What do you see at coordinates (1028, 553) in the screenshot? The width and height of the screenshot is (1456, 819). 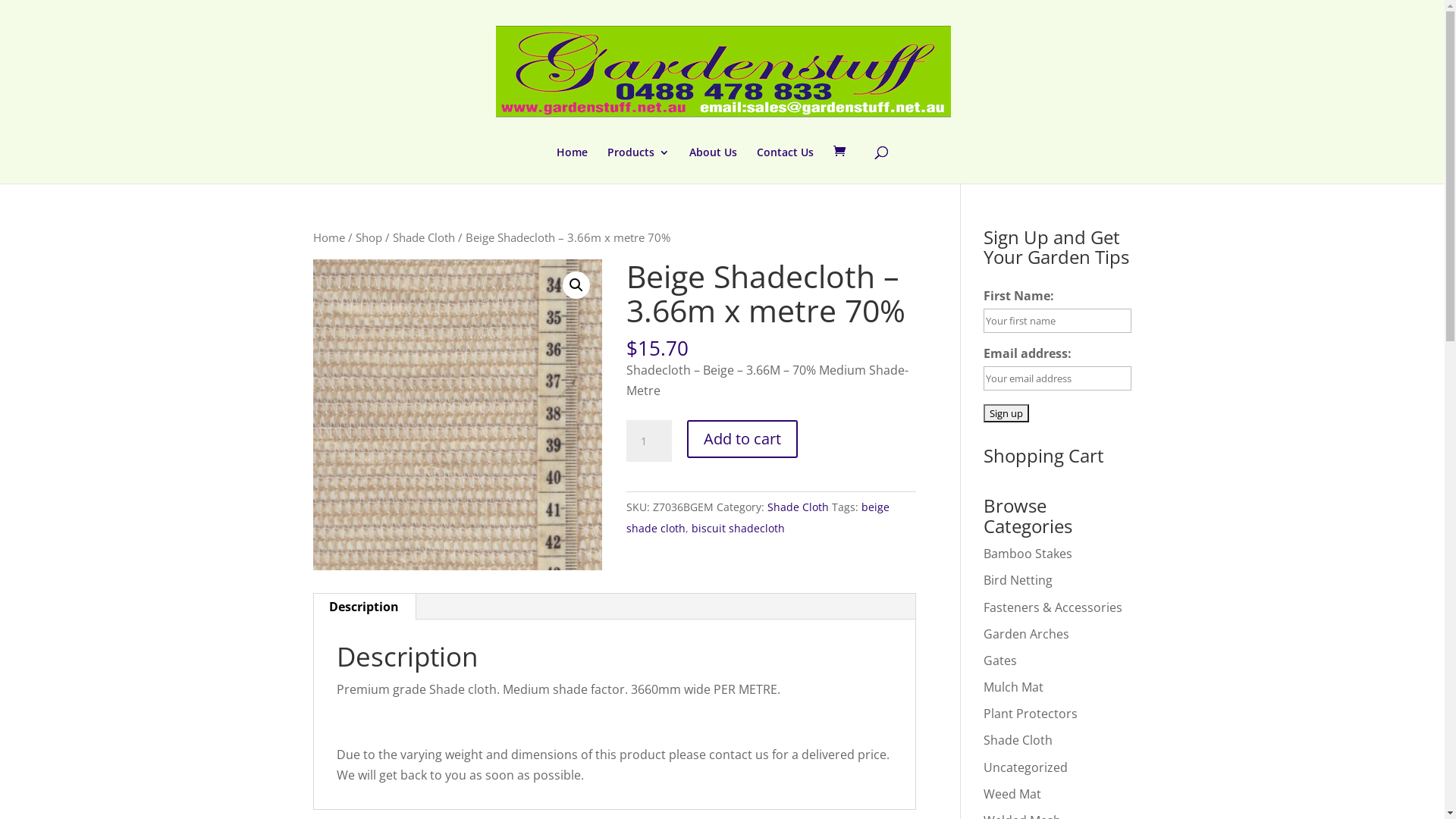 I see `'Bamboo Stakes'` at bounding box center [1028, 553].